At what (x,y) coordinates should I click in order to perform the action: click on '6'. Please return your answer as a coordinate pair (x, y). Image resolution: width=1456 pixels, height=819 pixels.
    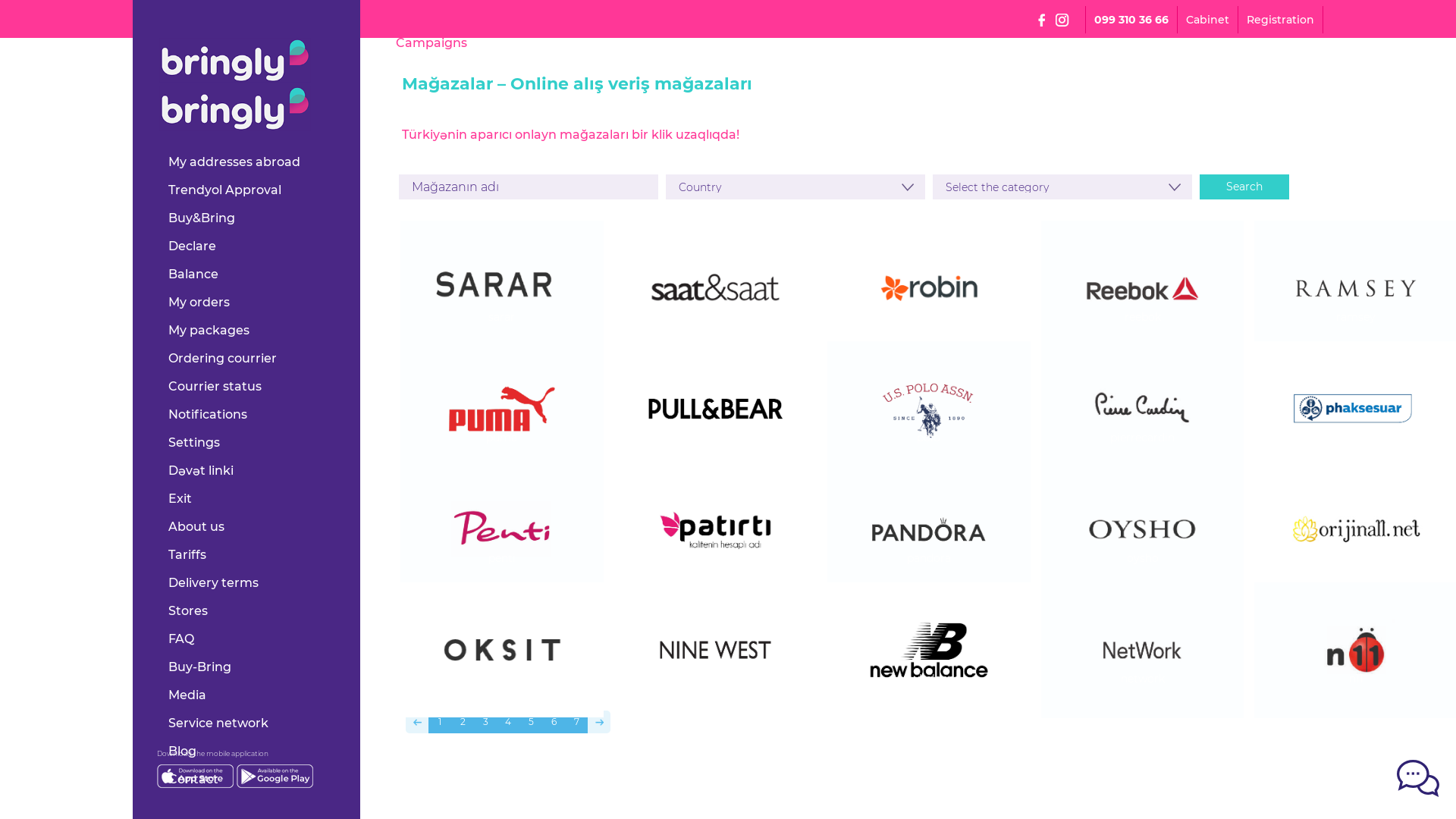
    Looking at the image, I should click on (552, 721).